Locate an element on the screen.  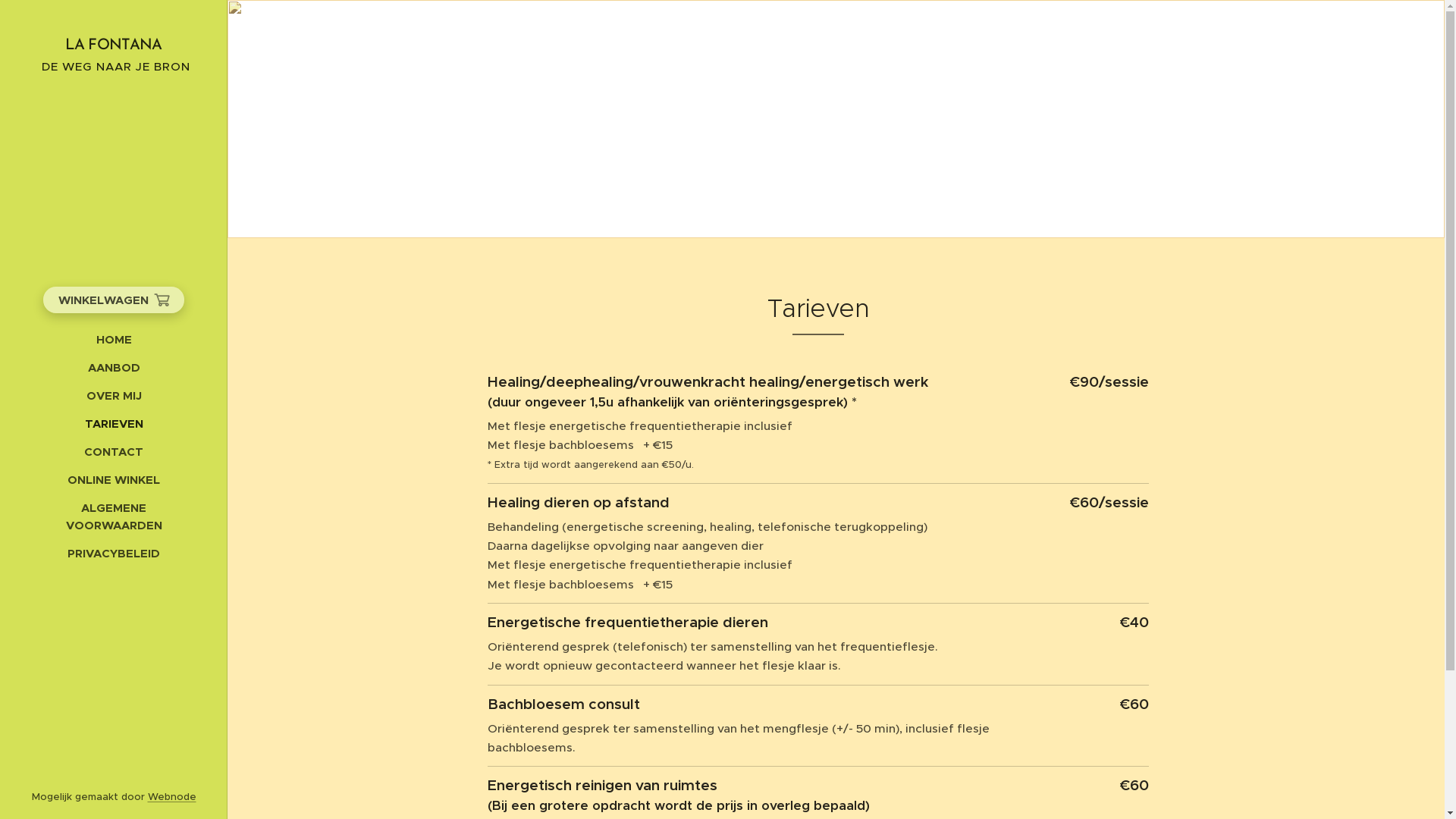
'ALGEMENE VOORWAARDEN' is located at coordinates (112, 516).